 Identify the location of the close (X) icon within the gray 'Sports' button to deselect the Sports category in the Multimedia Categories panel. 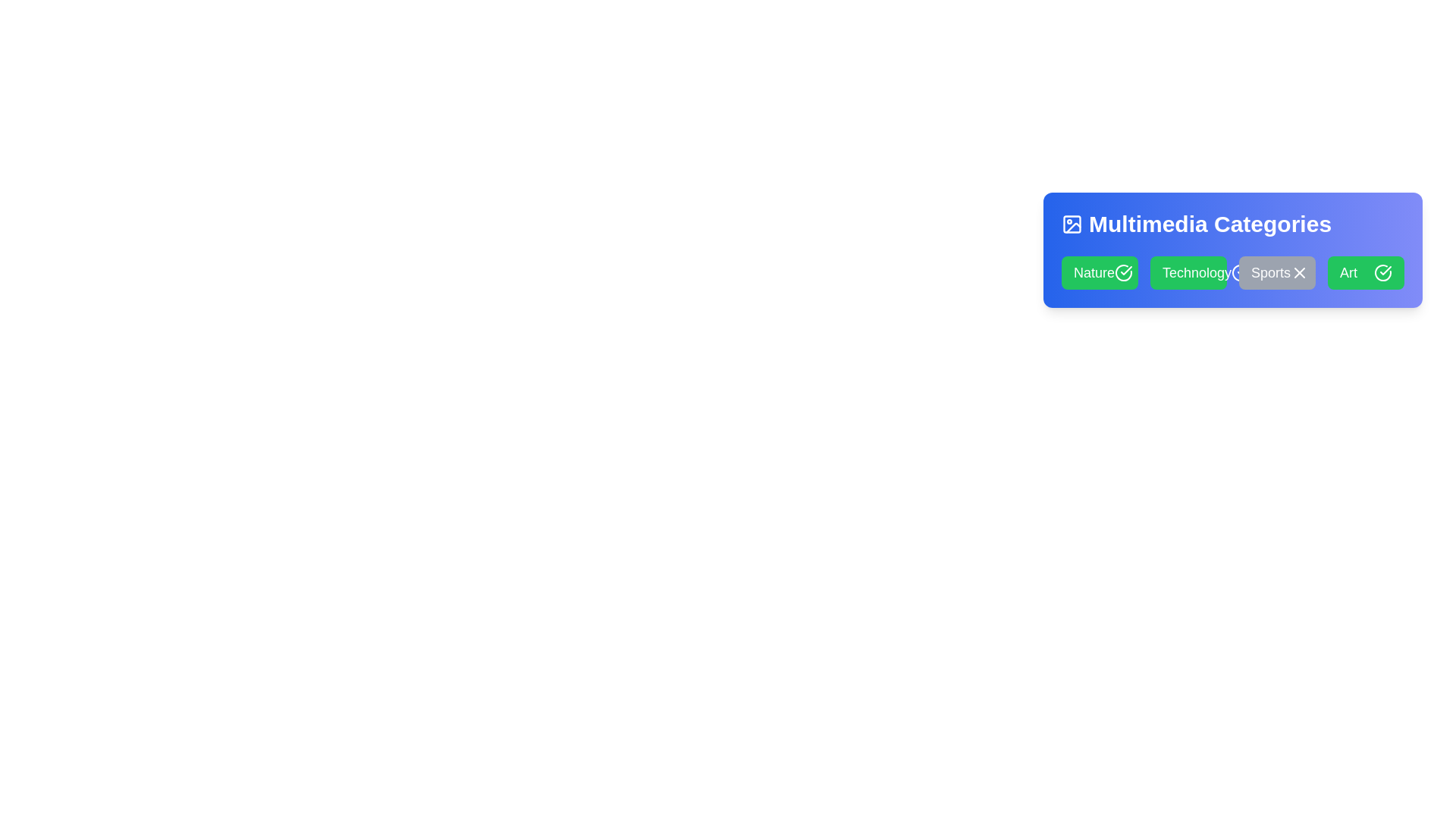
(1298, 271).